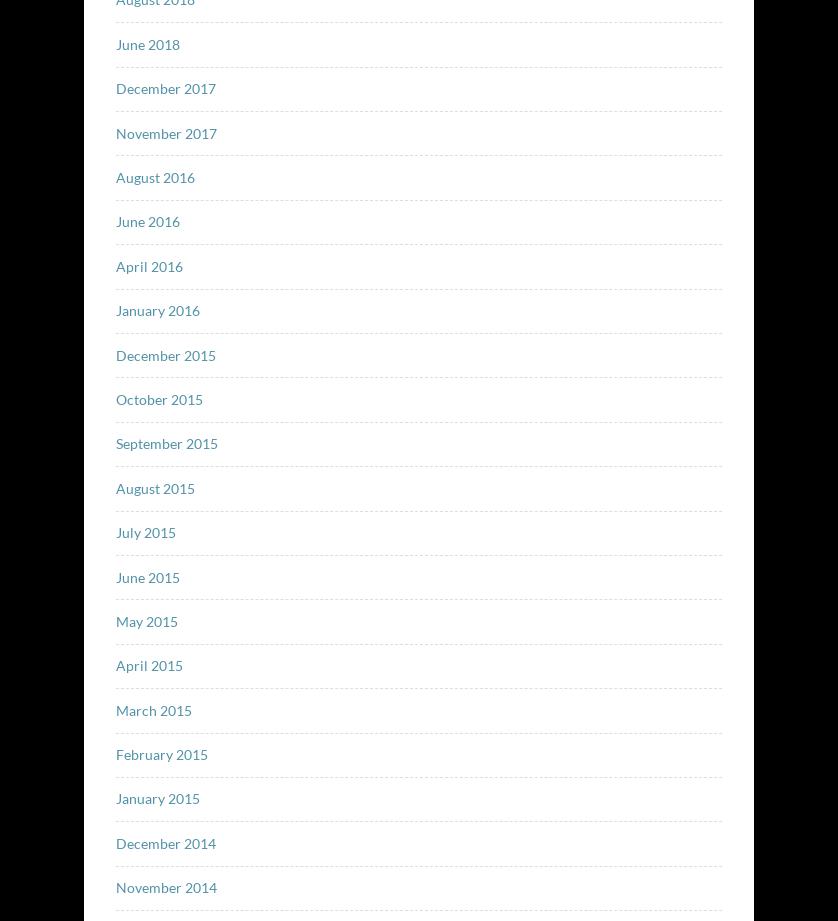 The height and width of the screenshot is (921, 838). Describe the element at coordinates (146, 220) in the screenshot. I see `'June 2016'` at that location.